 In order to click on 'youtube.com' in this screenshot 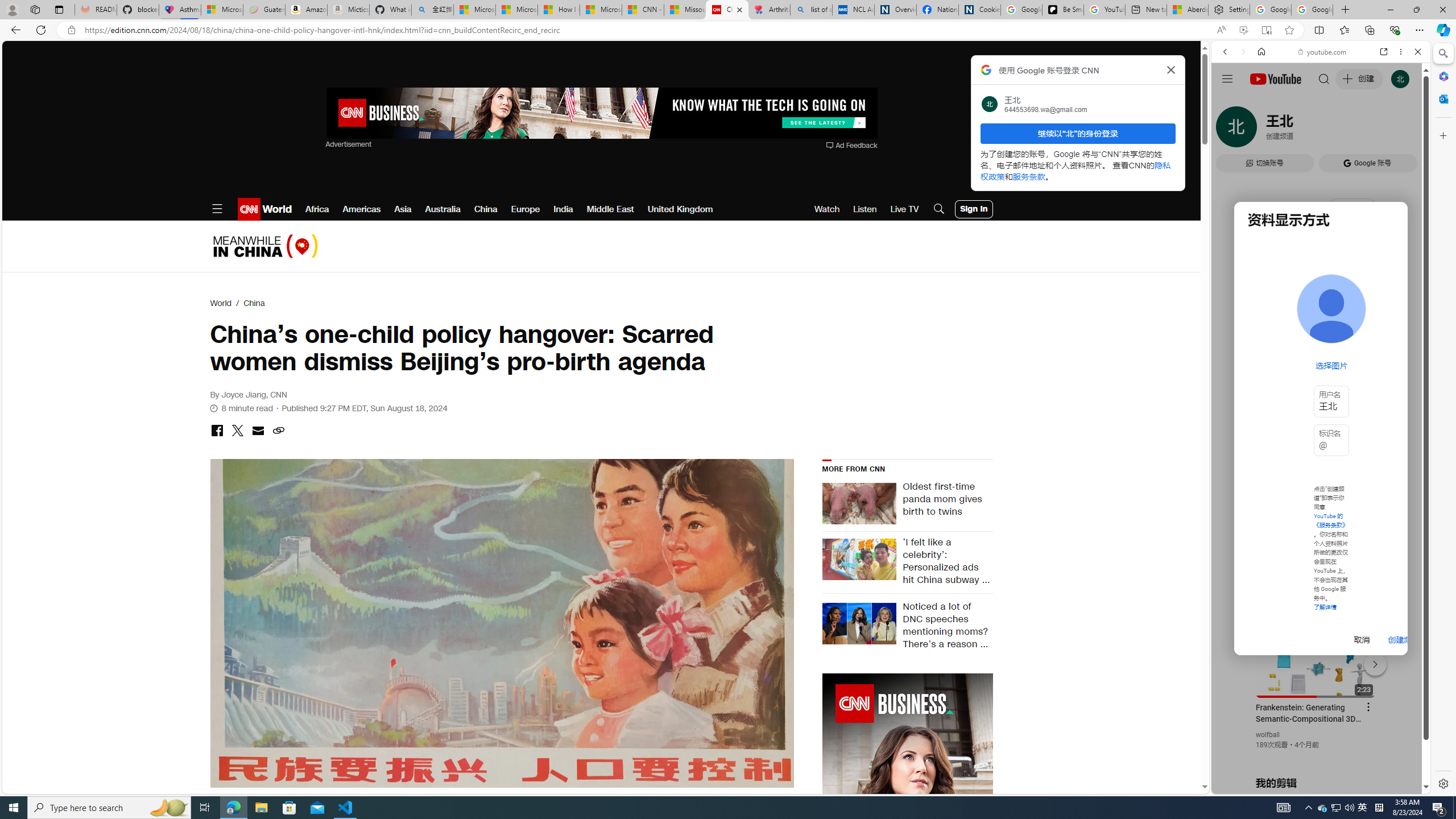, I will do `click(1322, 52)`.